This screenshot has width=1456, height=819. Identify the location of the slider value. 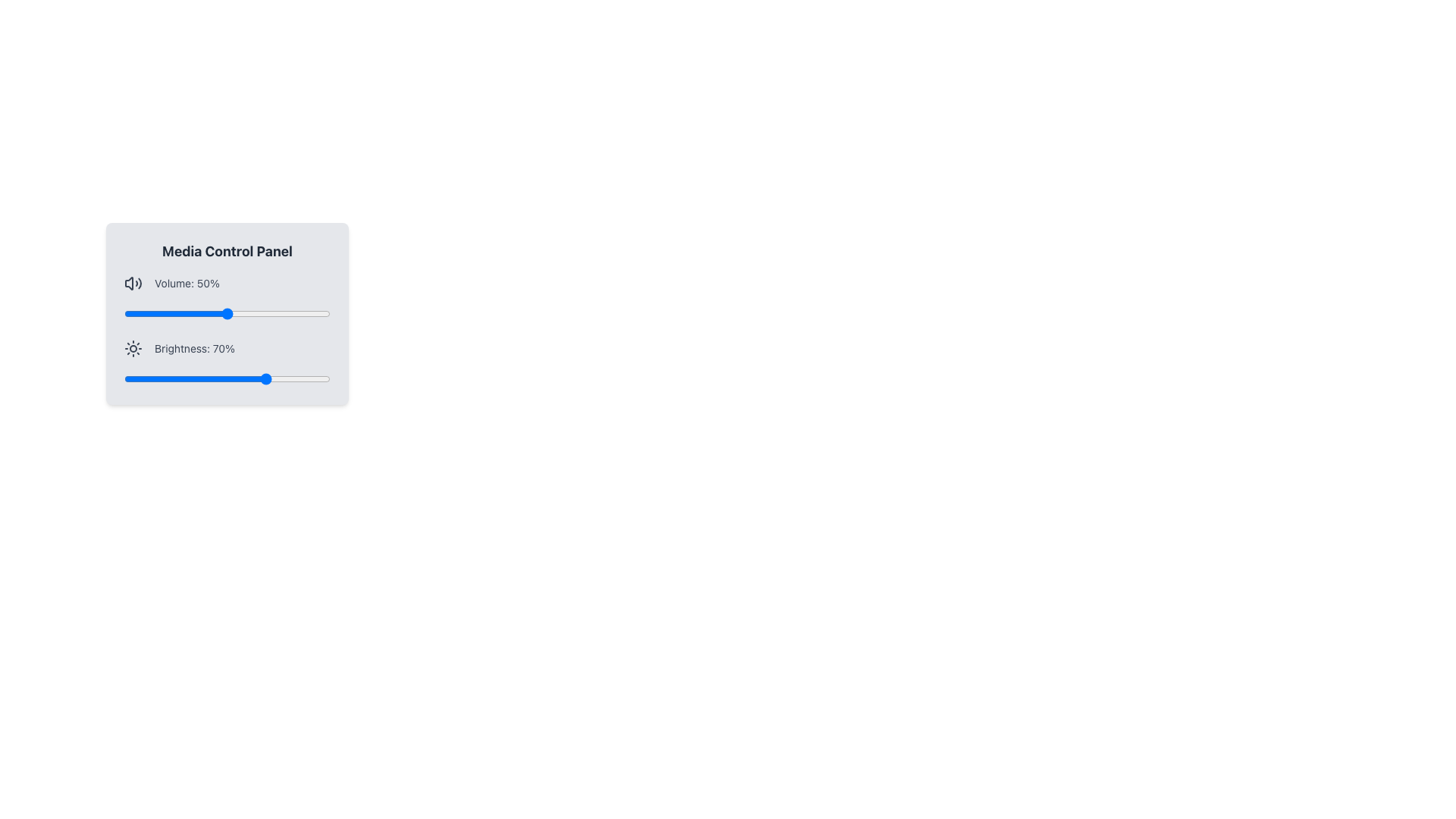
(157, 312).